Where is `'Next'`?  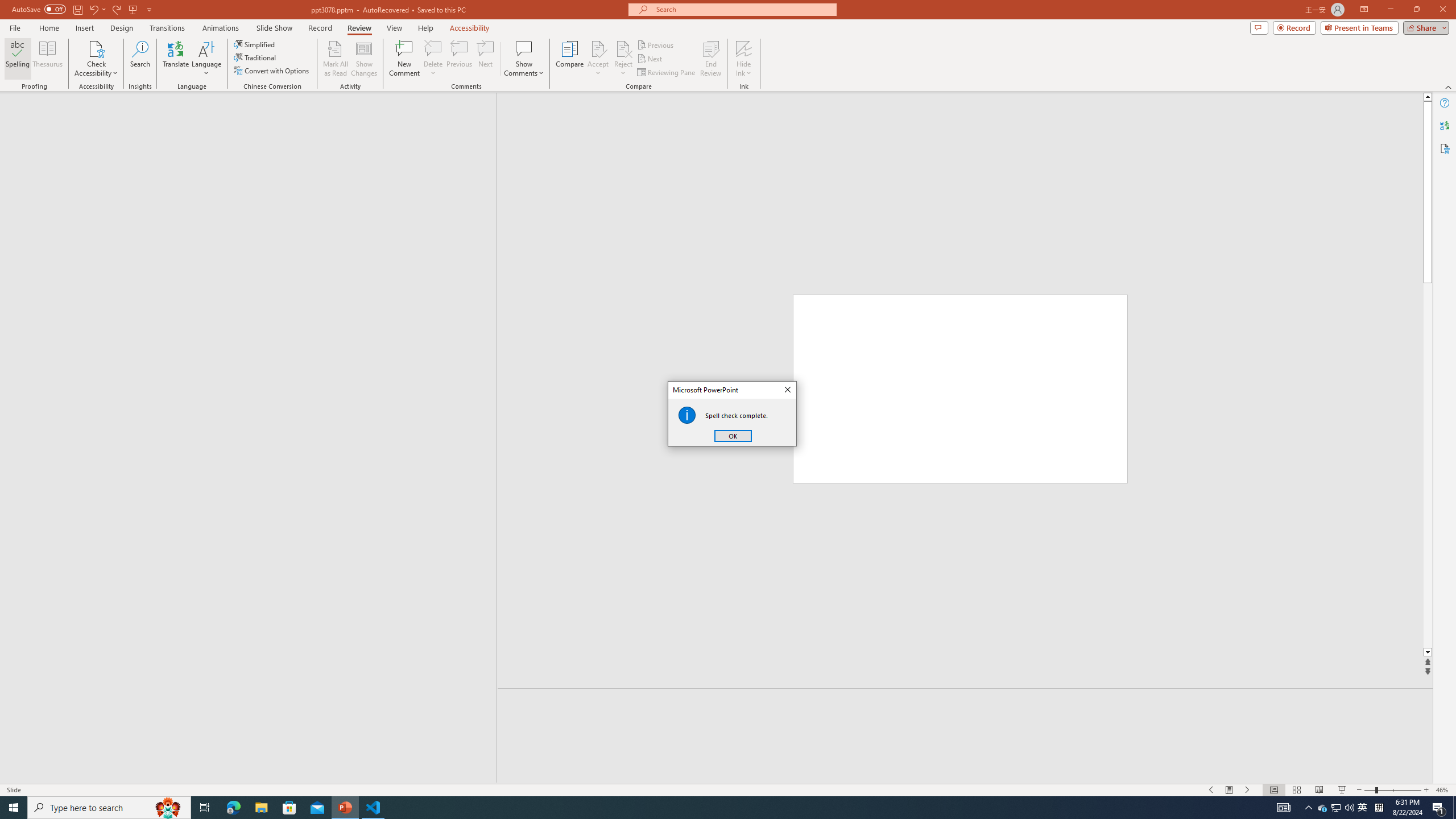 'Next' is located at coordinates (650, 59).